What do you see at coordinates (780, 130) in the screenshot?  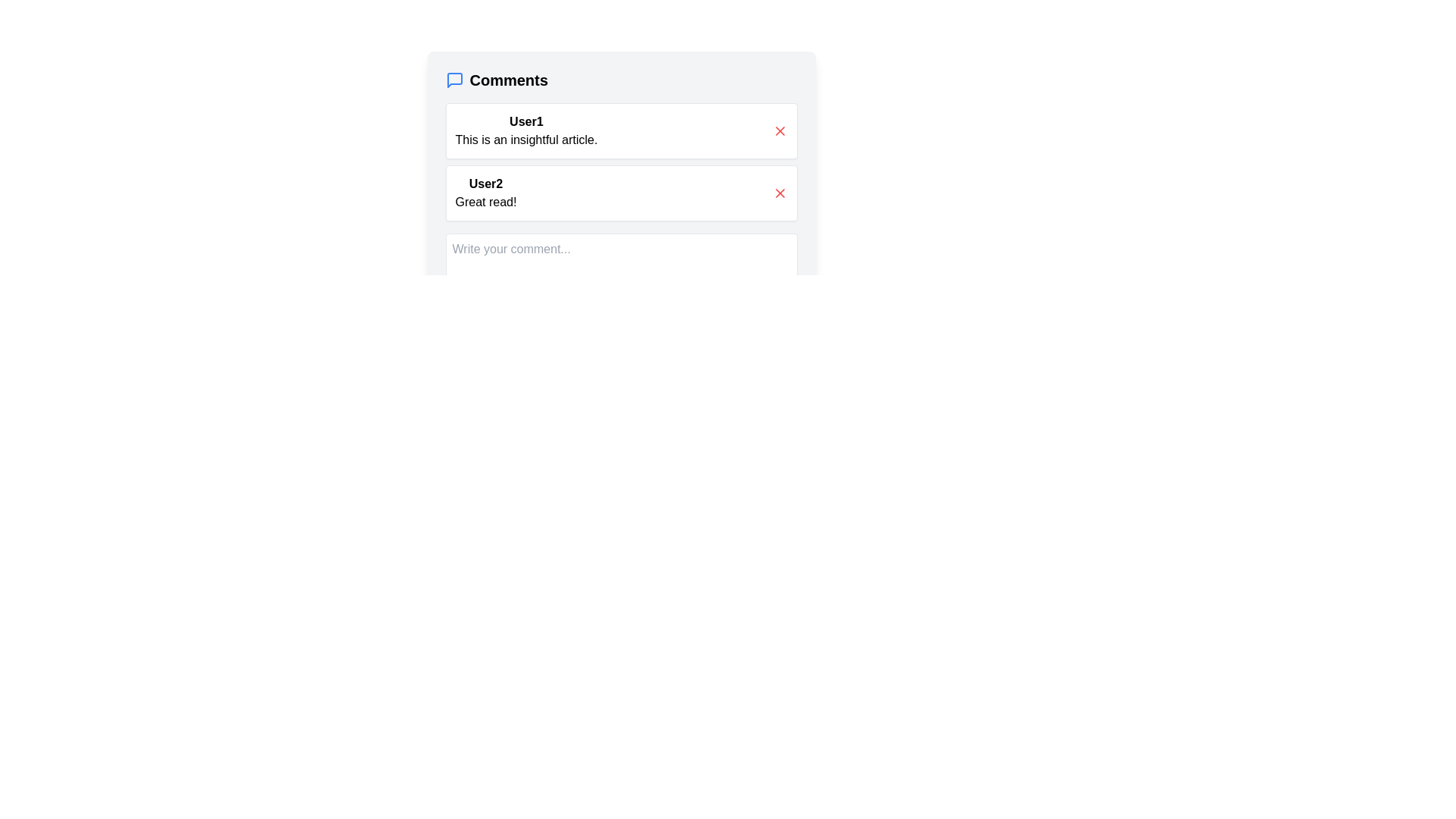 I see `the delete icon located in the top-right corner of 'User1' comment` at bounding box center [780, 130].